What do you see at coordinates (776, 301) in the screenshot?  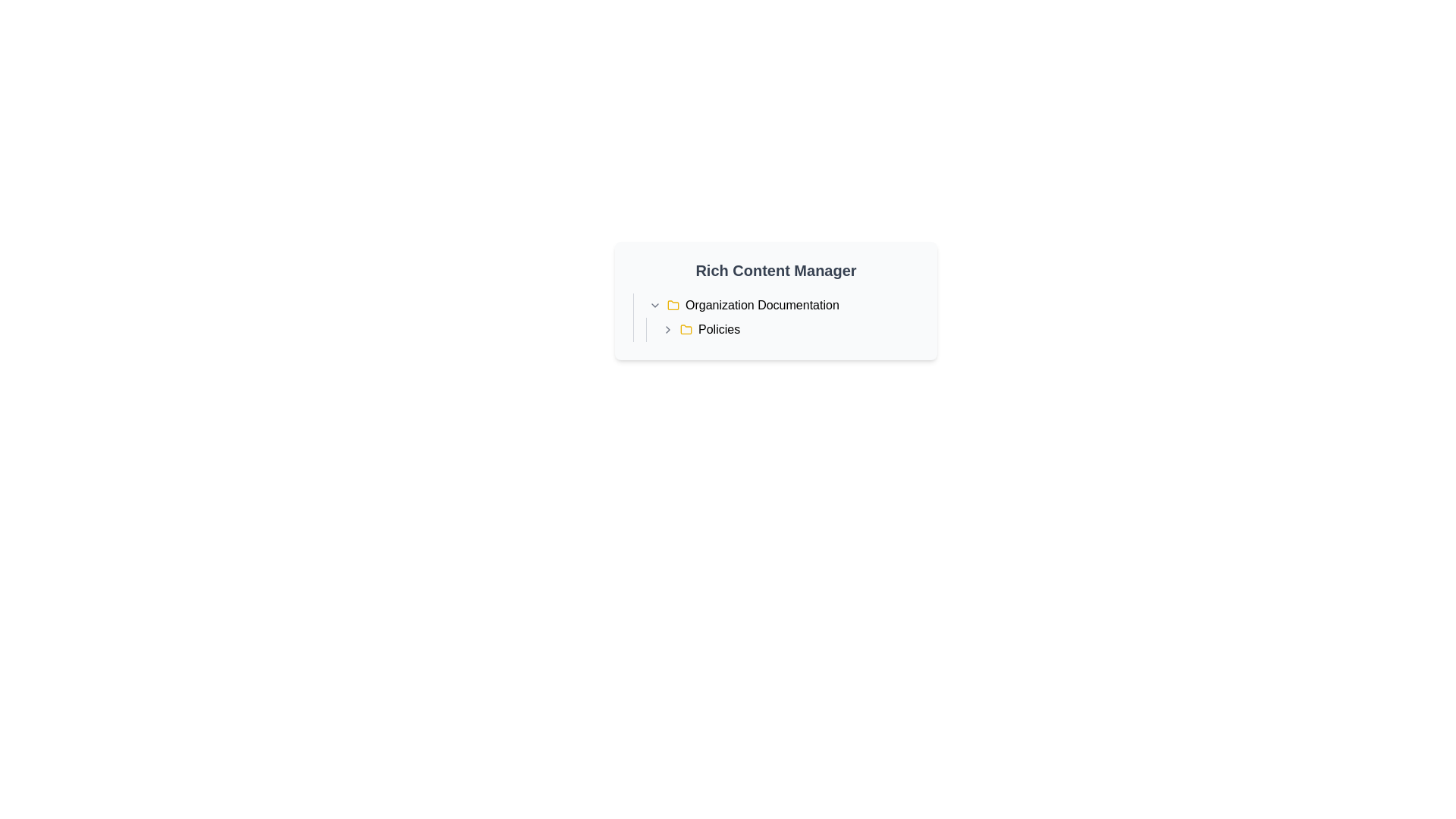 I see `the navigational panel component labeled 'Rich Content Manager' with indented sub-items 'Organization Documentation' and 'Policies'` at bounding box center [776, 301].